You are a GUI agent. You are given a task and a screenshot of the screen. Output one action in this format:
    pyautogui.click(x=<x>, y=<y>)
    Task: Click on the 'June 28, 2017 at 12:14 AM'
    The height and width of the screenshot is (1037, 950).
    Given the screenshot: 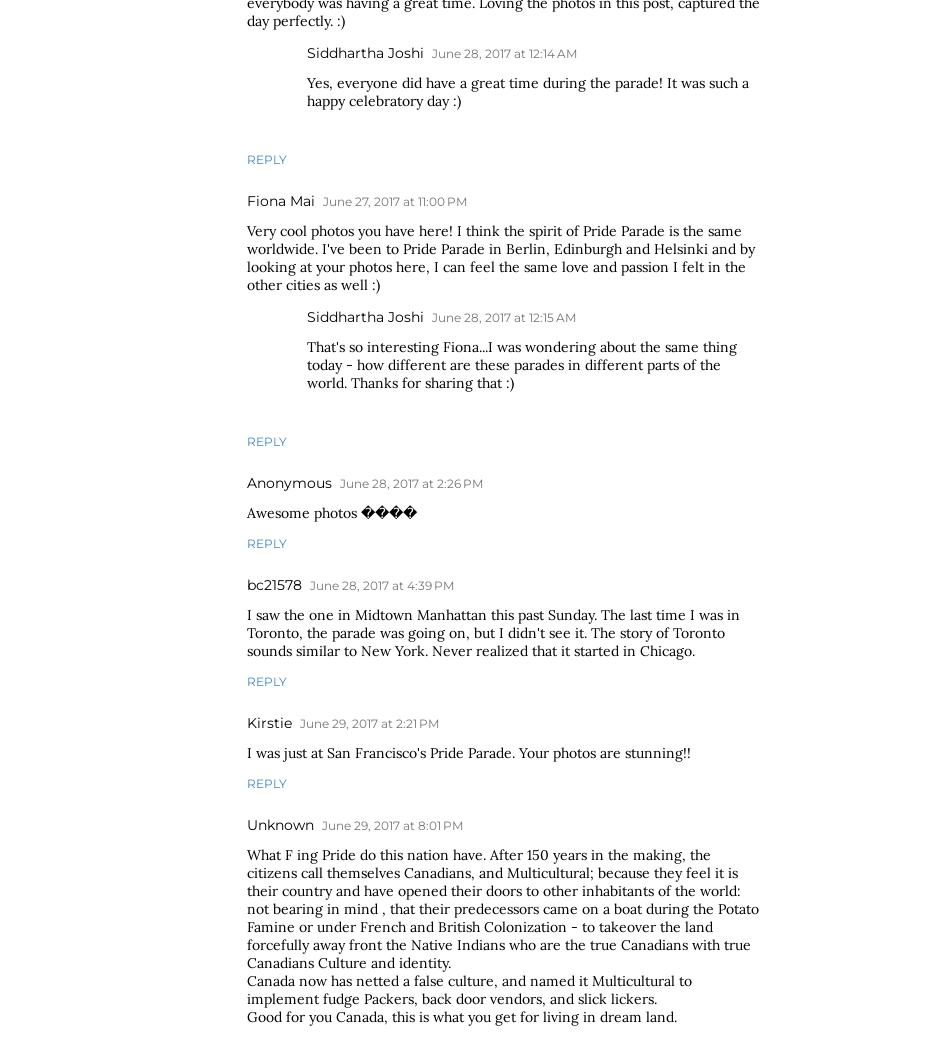 What is the action you would take?
    pyautogui.click(x=430, y=52)
    